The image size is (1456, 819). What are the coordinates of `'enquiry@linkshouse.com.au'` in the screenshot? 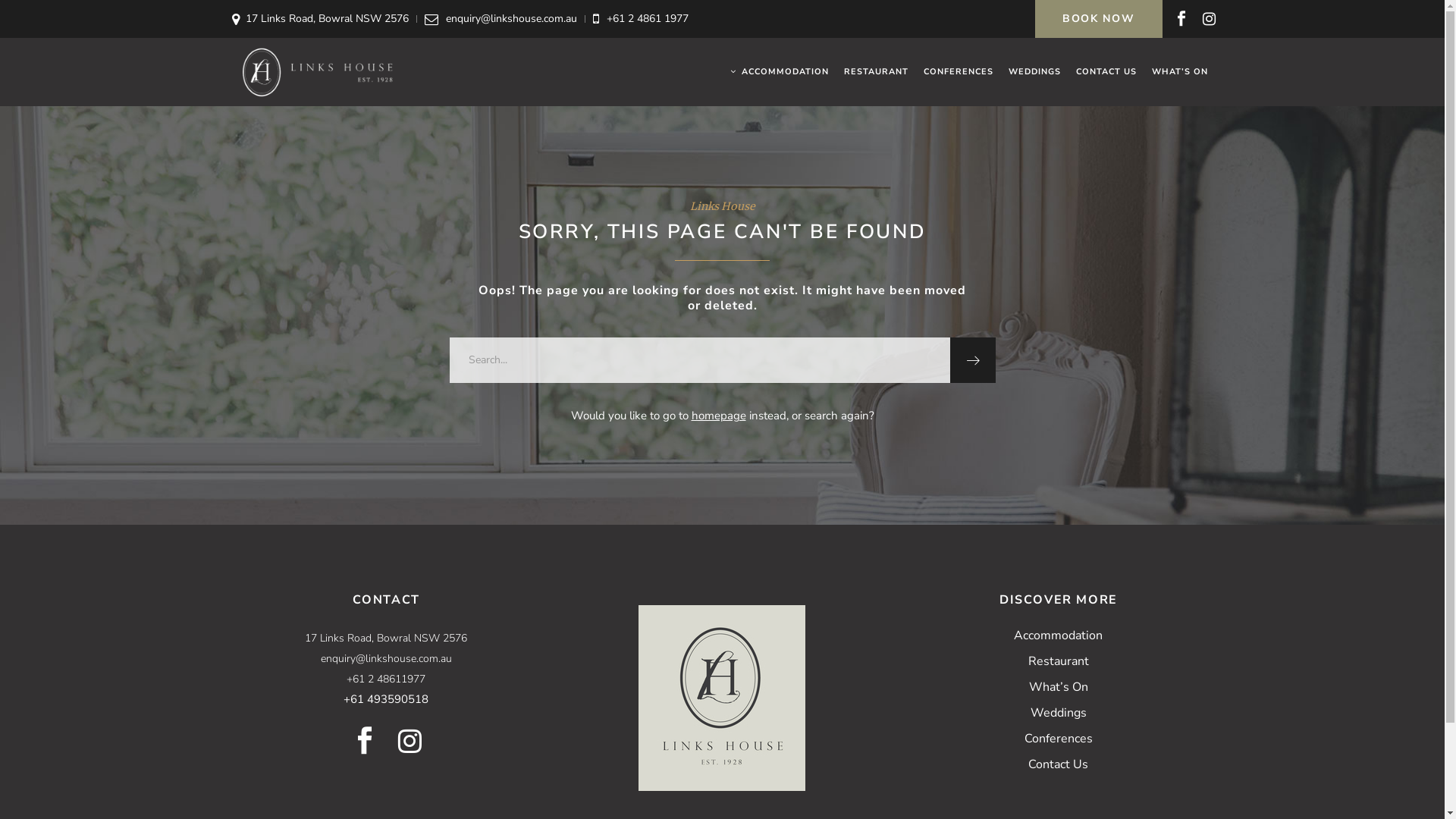 It's located at (511, 18).